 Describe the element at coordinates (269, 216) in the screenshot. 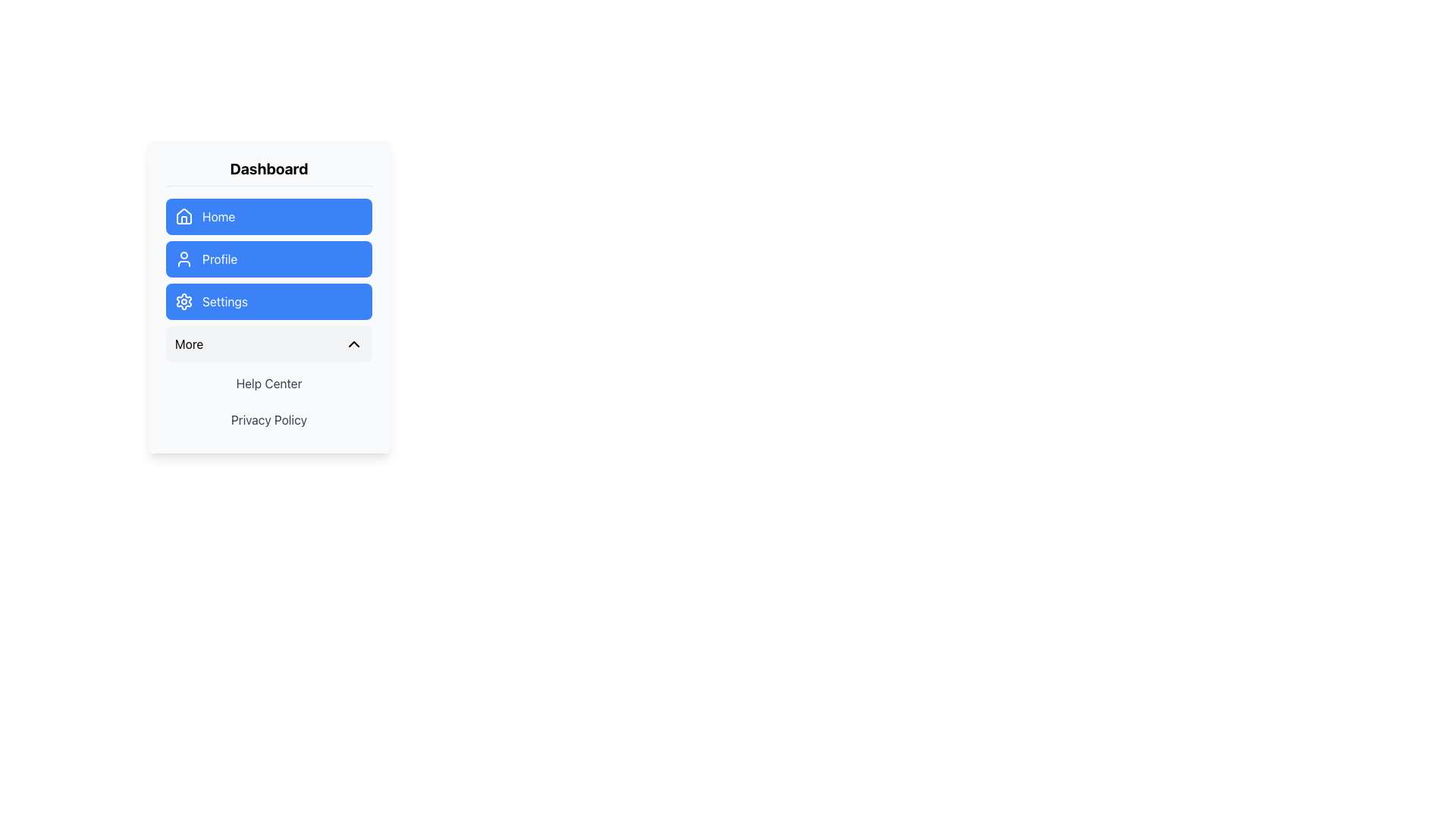

I see `the navigation button that redirects to the Home section of the application` at that location.